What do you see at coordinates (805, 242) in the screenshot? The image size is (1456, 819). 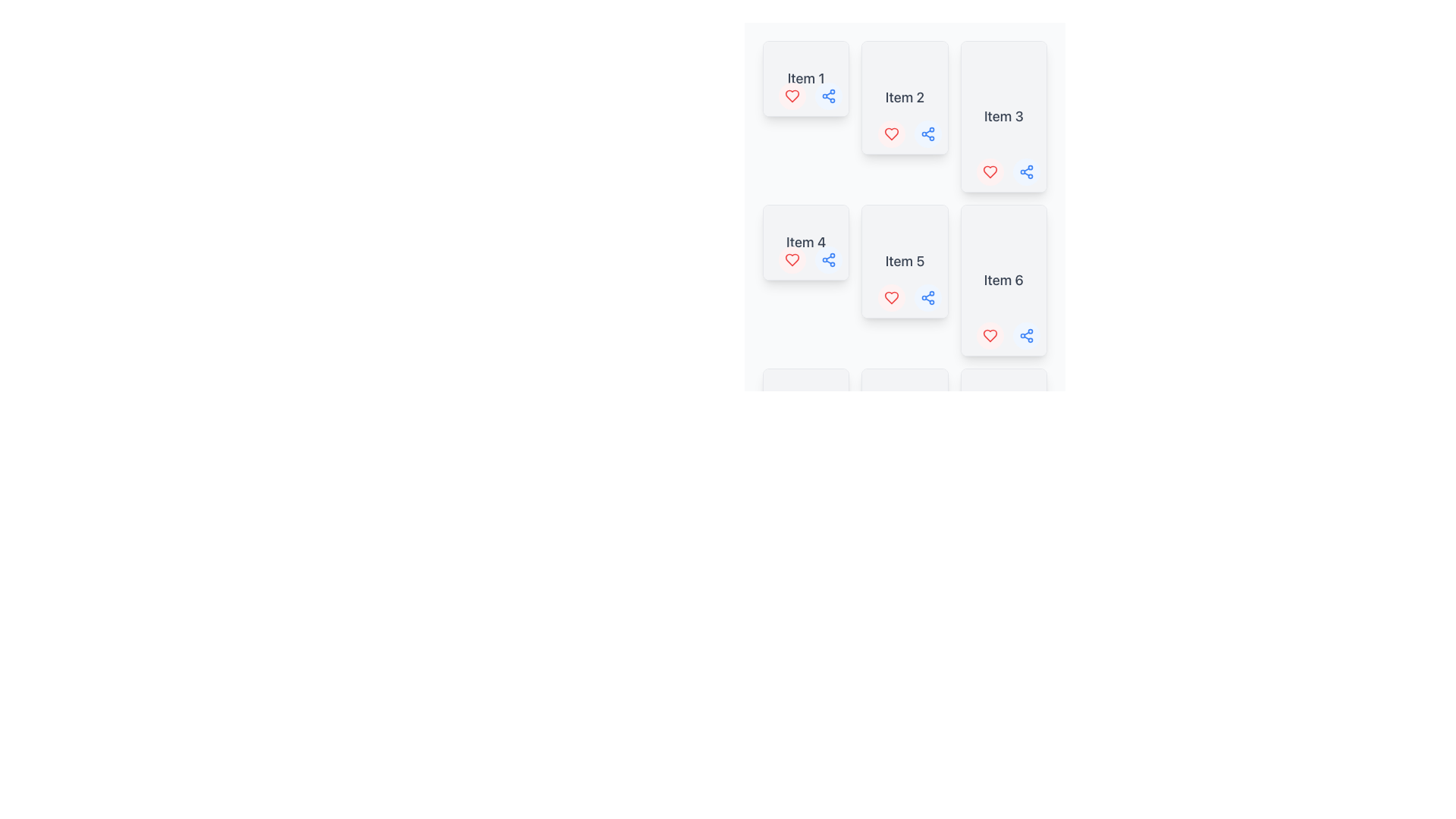 I see `text content of the Text Label displaying 'Item 4' in bold gray font, located in the second row and first column of the grid layout` at bounding box center [805, 242].